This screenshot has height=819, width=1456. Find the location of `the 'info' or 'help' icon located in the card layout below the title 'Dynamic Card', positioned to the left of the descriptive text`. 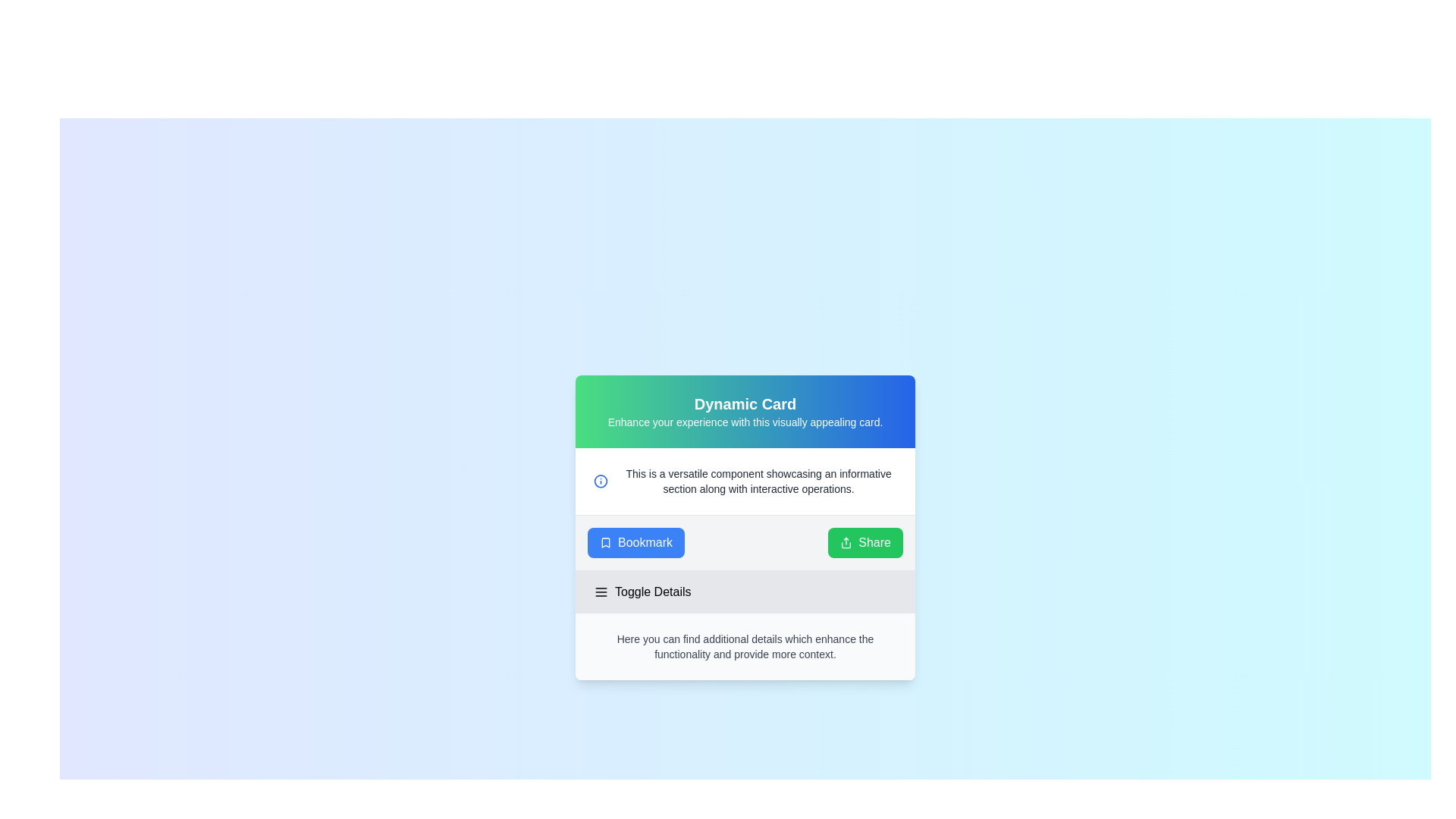

the 'info' or 'help' icon located in the card layout below the title 'Dynamic Card', positioned to the left of the descriptive text is located at coordinates (600, 482).